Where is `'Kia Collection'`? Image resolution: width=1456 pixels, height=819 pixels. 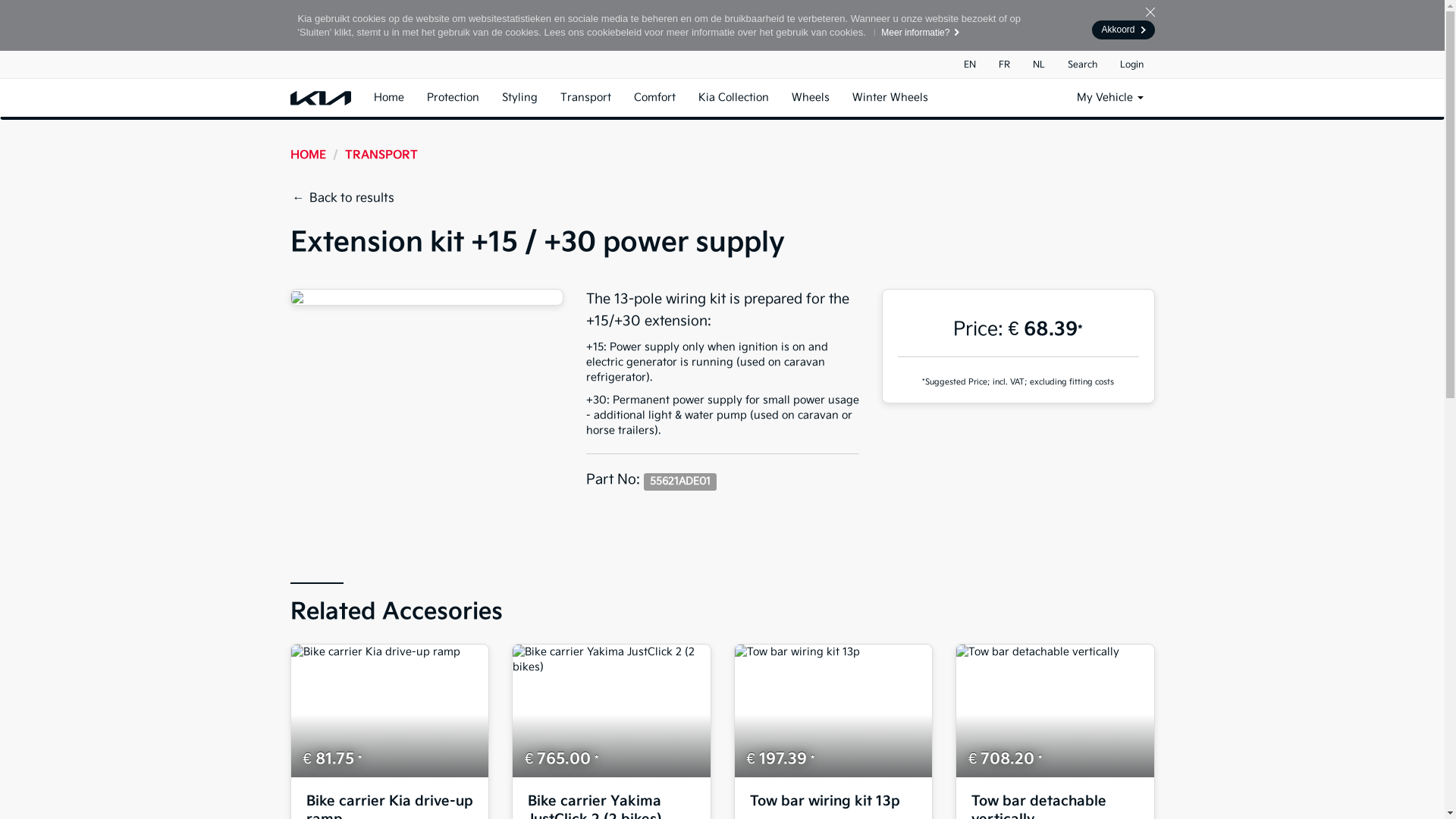 'Kia Collection' is located at coordinates (733, 97).